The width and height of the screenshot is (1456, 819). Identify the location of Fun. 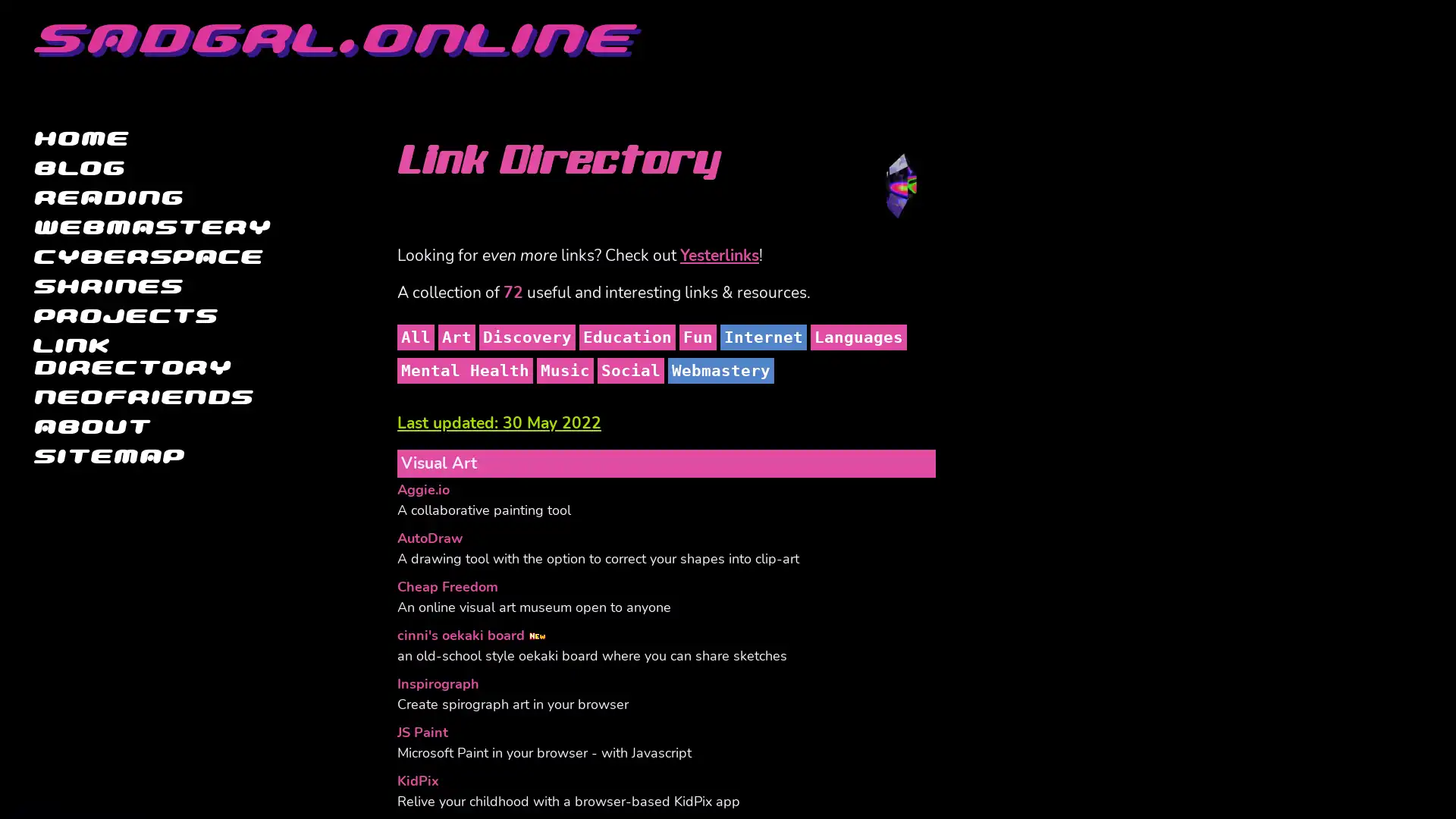
(697, 335).